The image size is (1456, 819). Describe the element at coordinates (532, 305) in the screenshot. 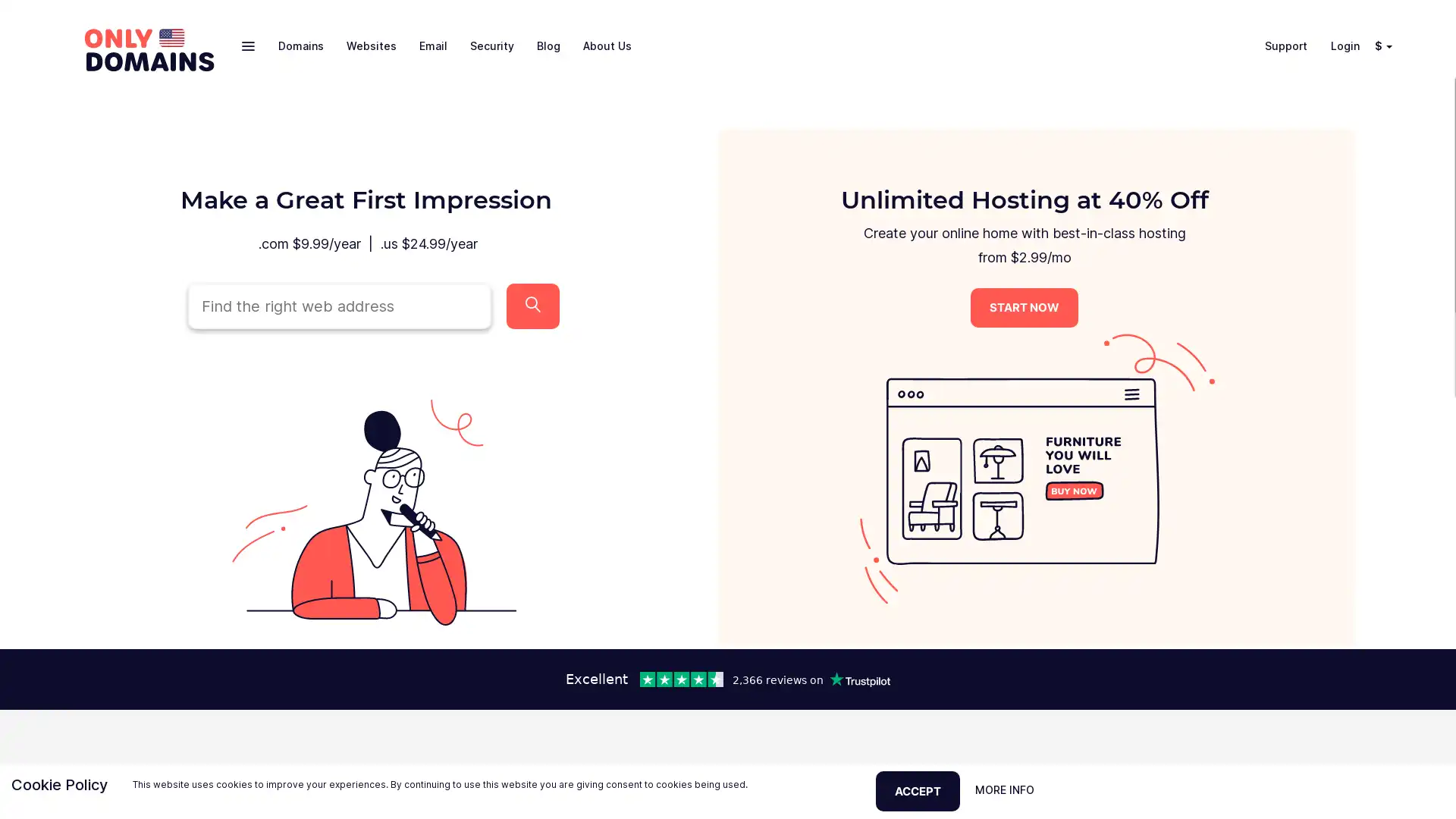

I see `Search Domain Button` at that location.